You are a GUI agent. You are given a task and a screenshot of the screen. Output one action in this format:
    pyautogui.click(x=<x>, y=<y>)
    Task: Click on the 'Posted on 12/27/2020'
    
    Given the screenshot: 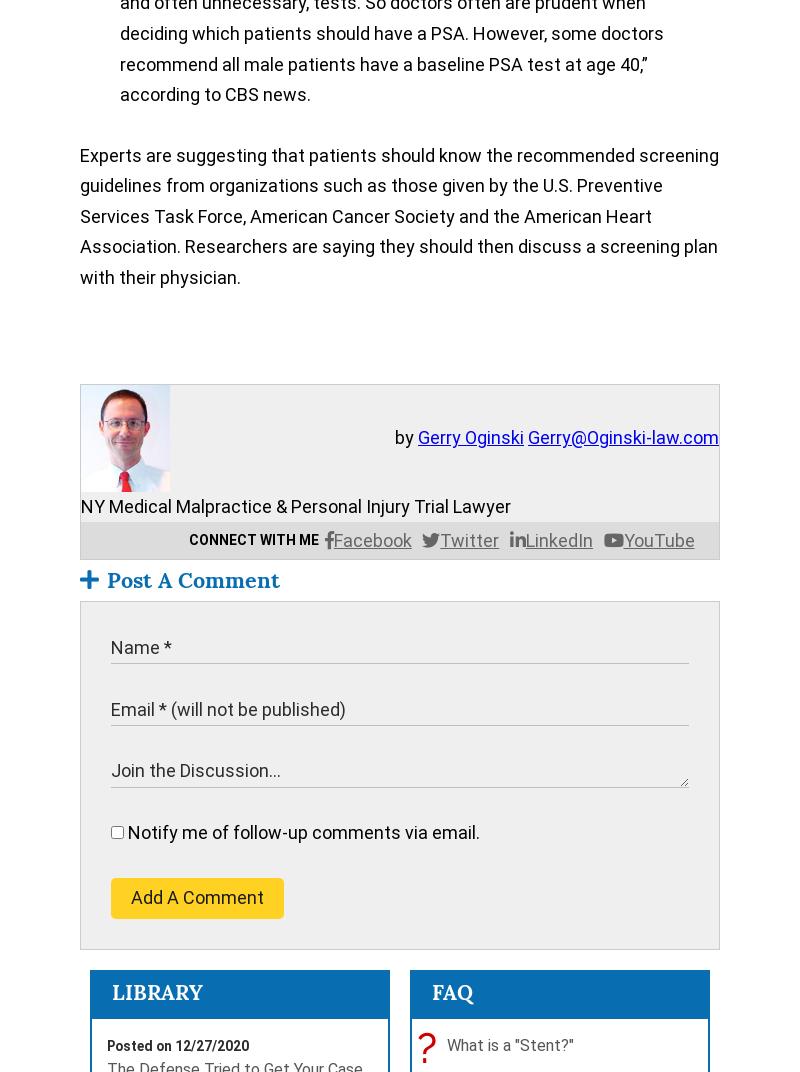 What is the action you would take?
    pyautogui.click(x=105, y=1044)
    